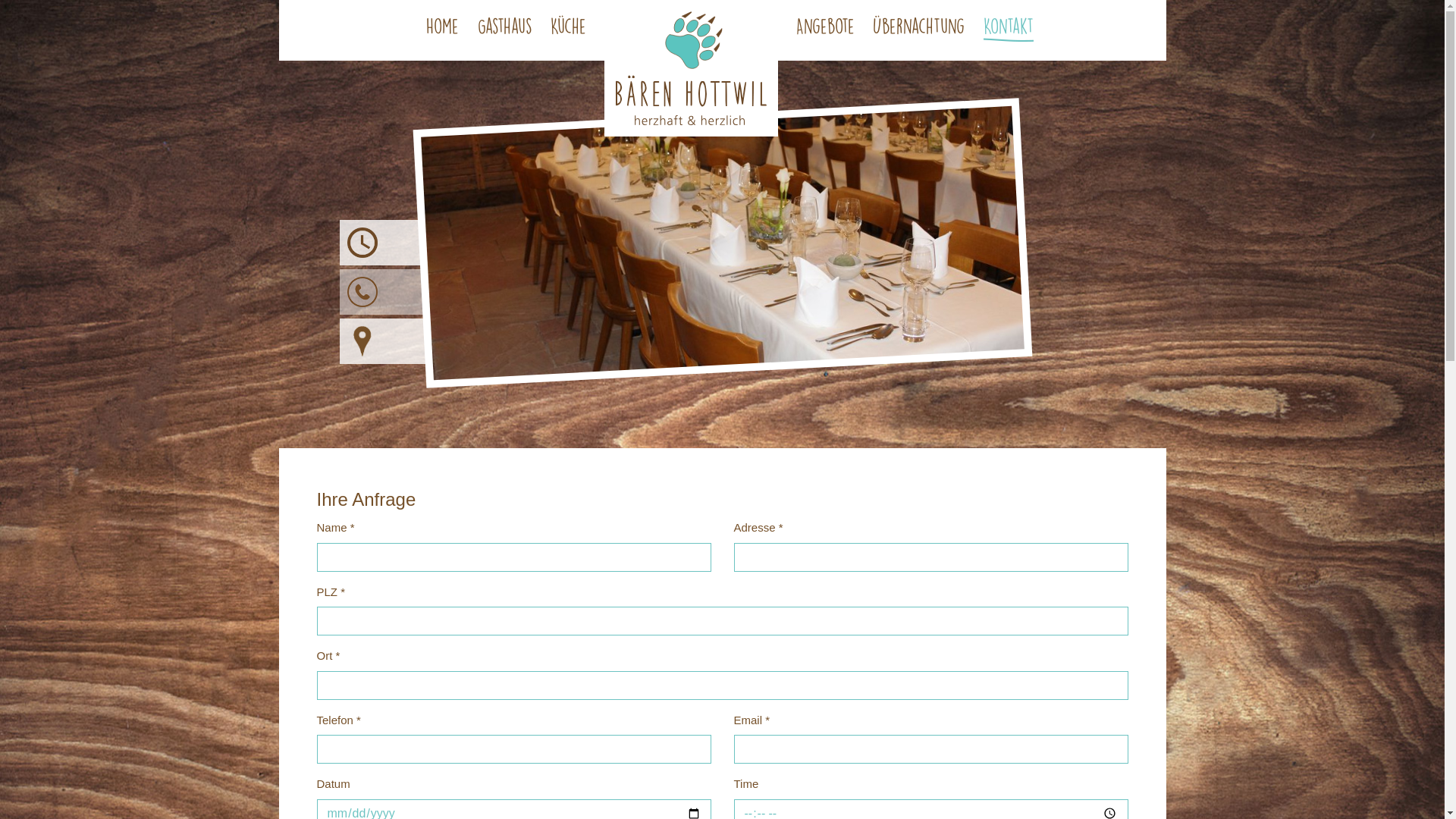  Describe the element at coordinates (824, 29) in the screenshot. I see `'Angebote'` at that location.